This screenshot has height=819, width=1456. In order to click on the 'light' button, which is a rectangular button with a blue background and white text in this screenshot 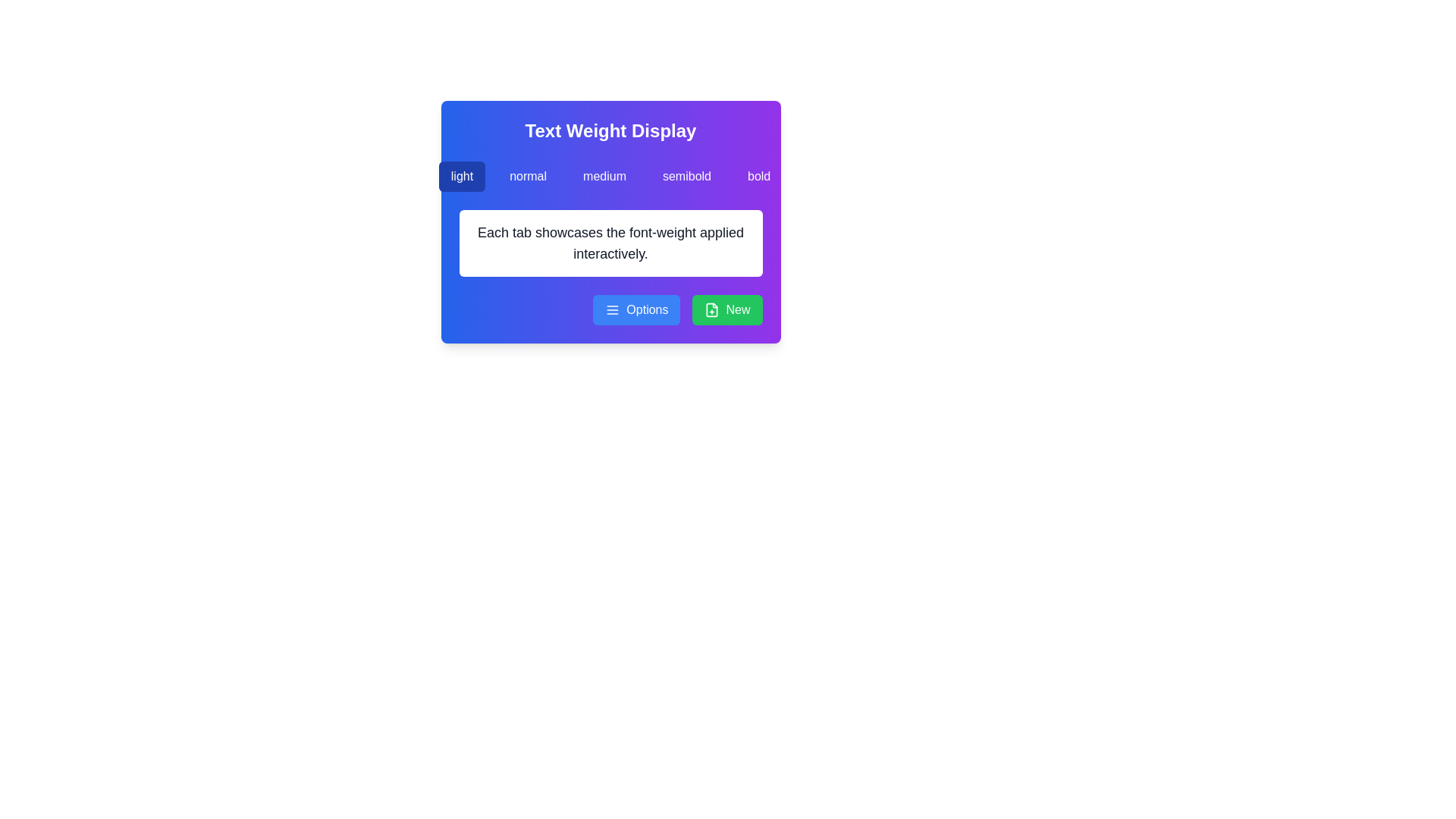, I will do `click(461, 175)`.